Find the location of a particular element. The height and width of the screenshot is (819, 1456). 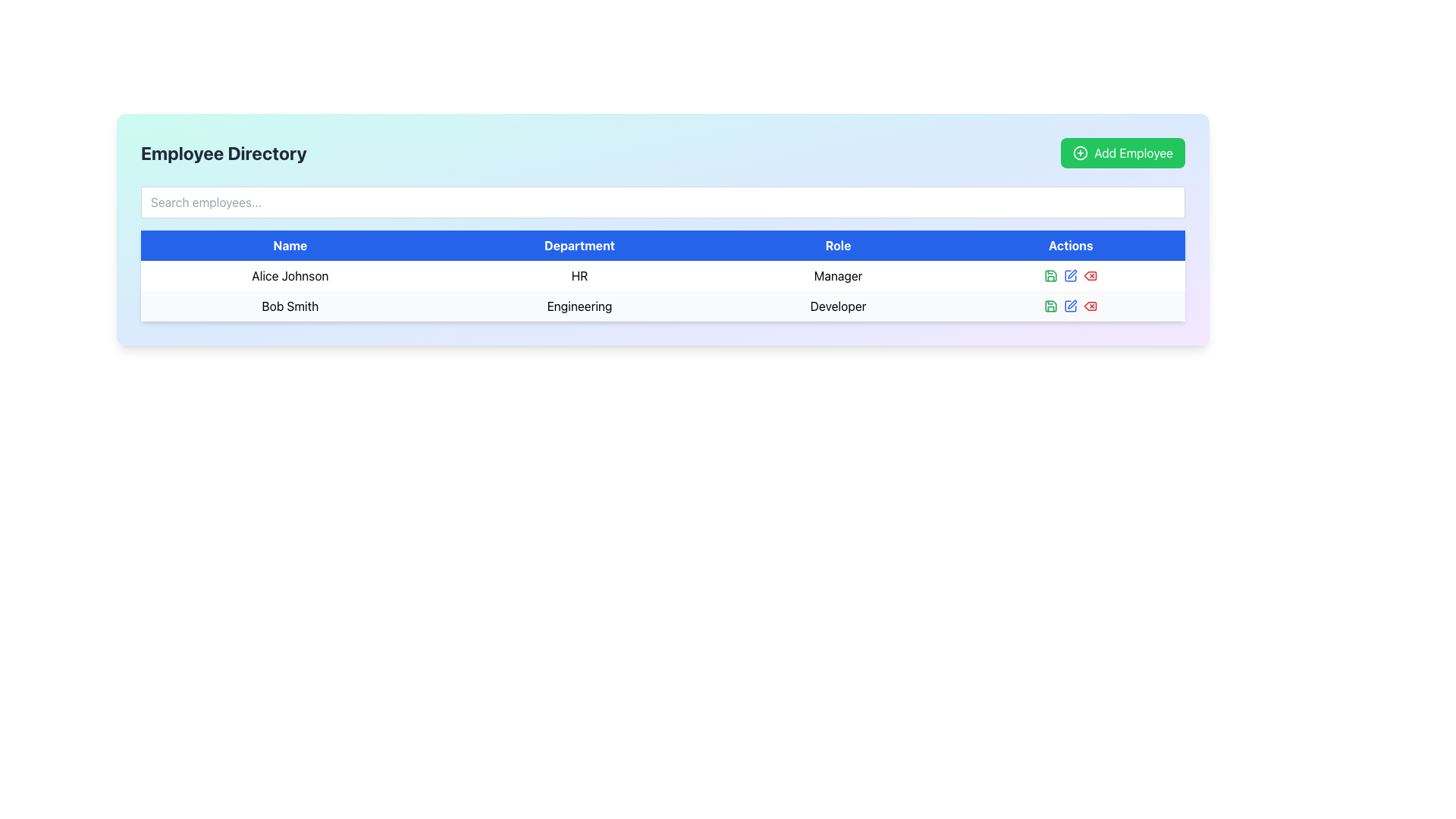

text contained within the Text Label located in the second column of the second row of the table, which is styled with a white background and centered alignment is located at coordinates (579, 306).